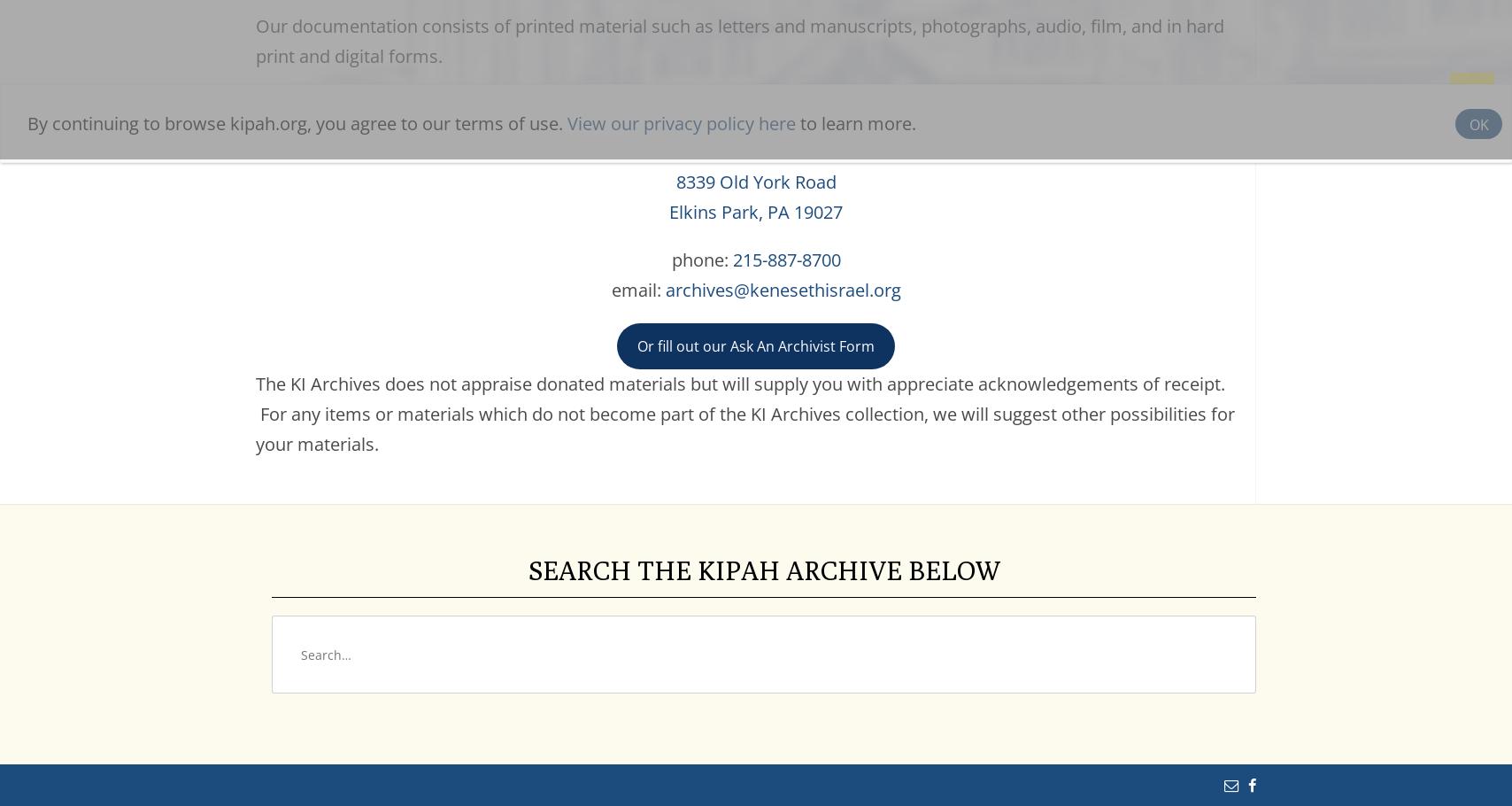 The height and width of the screenshot is (806, 1512). What do you see at coordinates (756, 212) in the screenshot?
I see `'Elkins Park, PA 19027'` at bounding box center [756, 212].